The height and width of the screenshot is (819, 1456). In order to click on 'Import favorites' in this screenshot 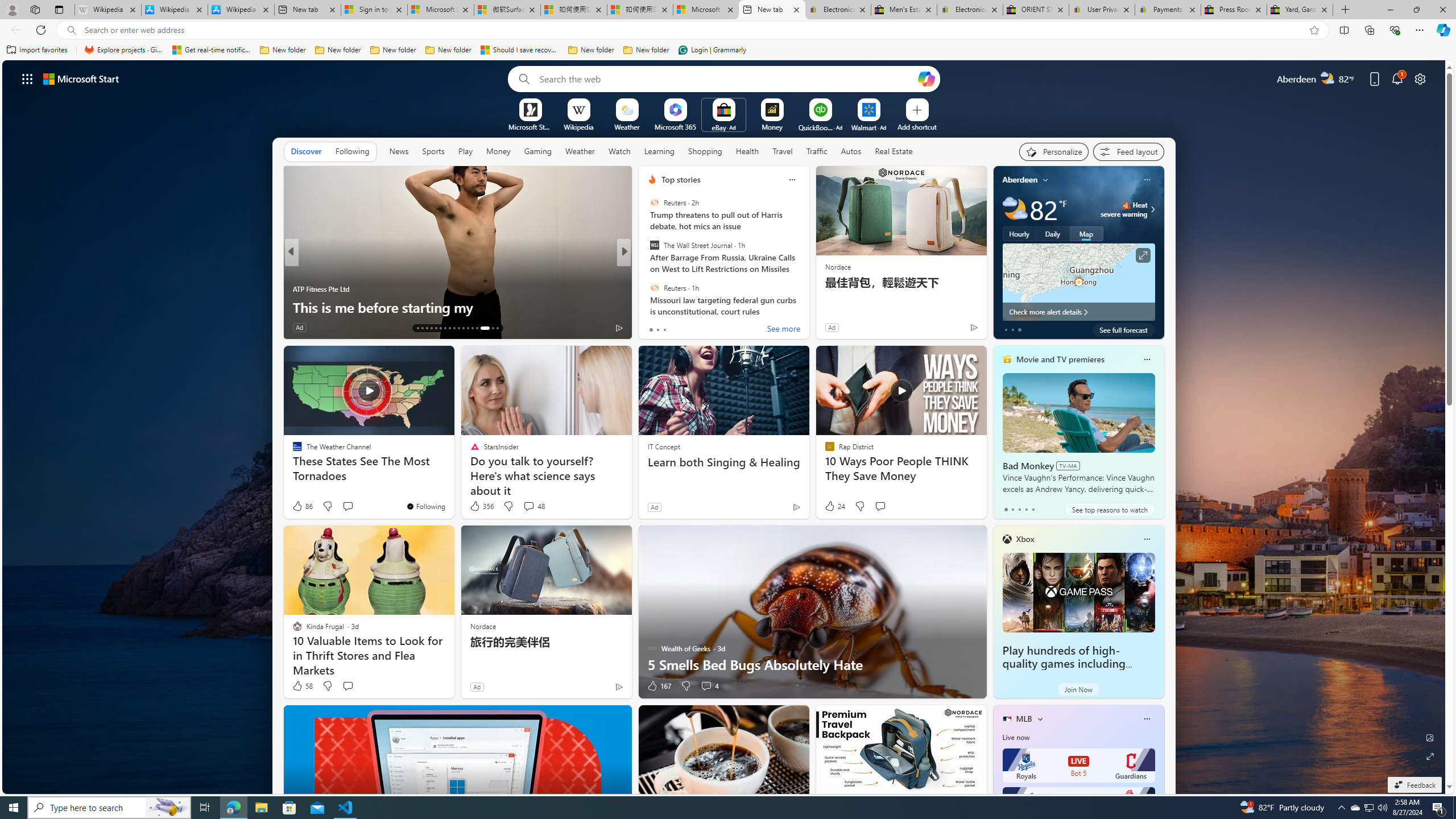, I will do `click(37, 49)`.